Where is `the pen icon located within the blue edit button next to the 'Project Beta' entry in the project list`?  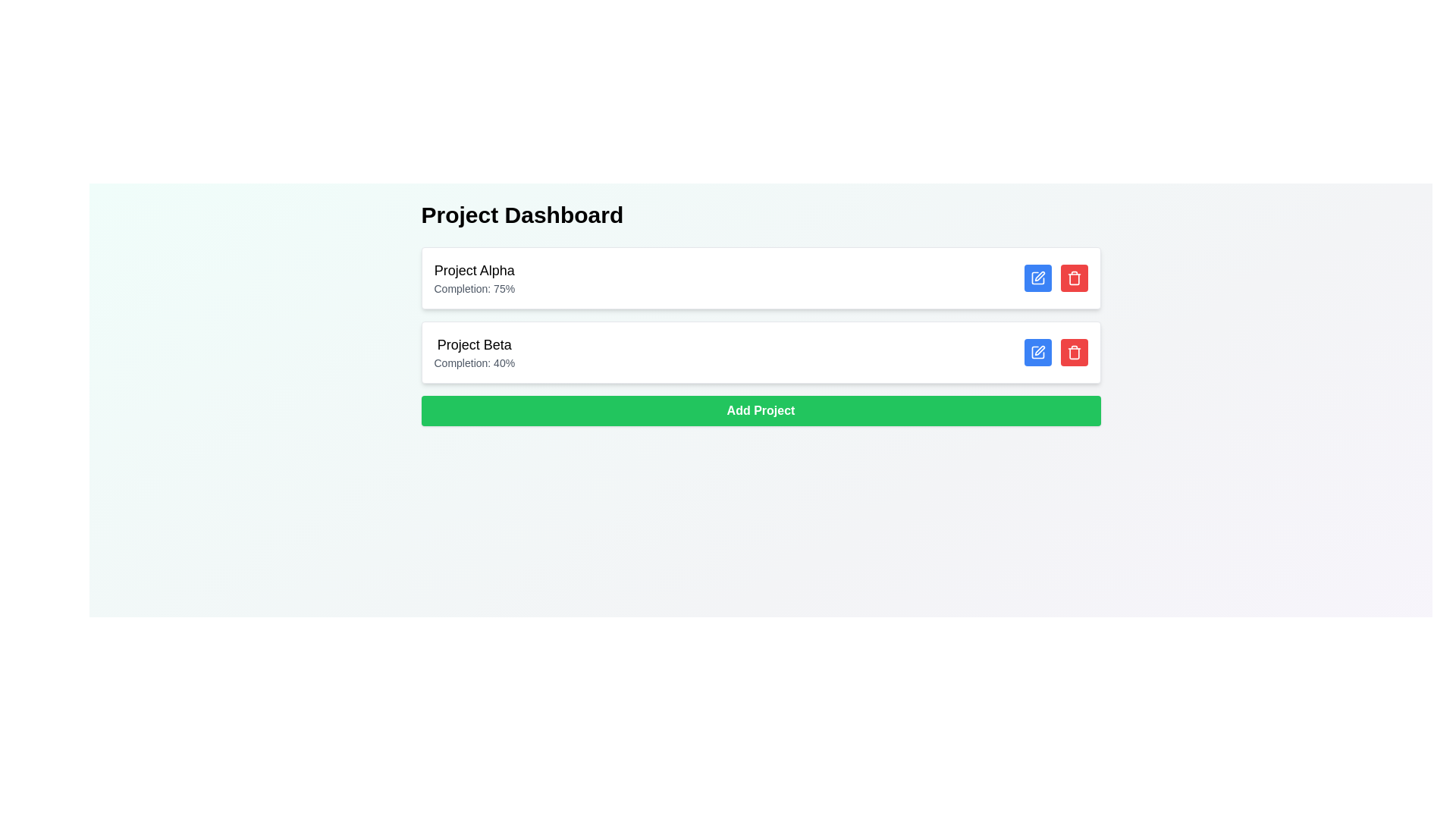 the pen icon located within the blue edit button next to the 'Project Beta' entry in the project list is located at coordinates (1037, 278).